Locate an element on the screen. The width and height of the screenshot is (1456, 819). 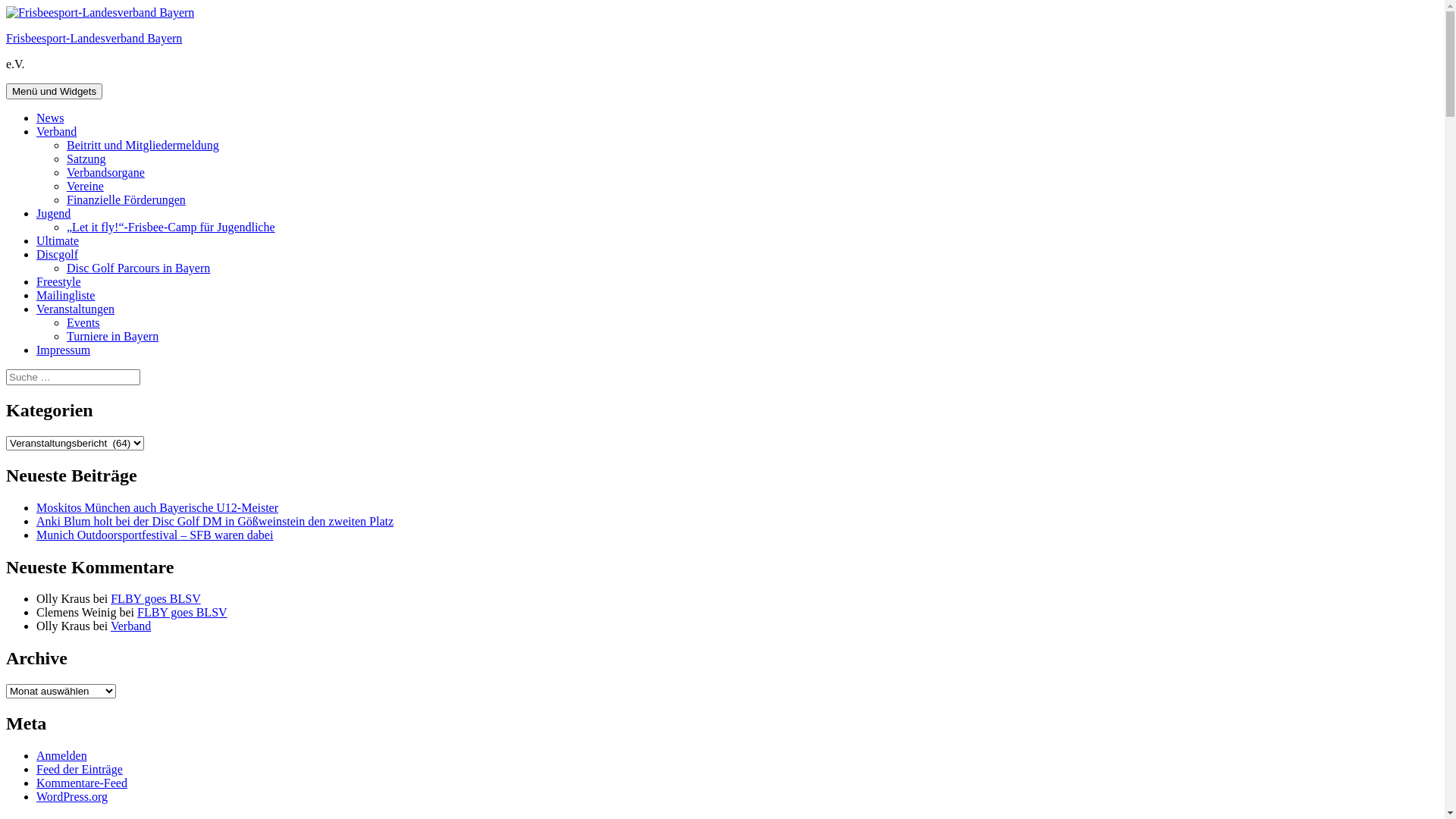
'Verbandsorgane' is located at coordinates (105, 171).